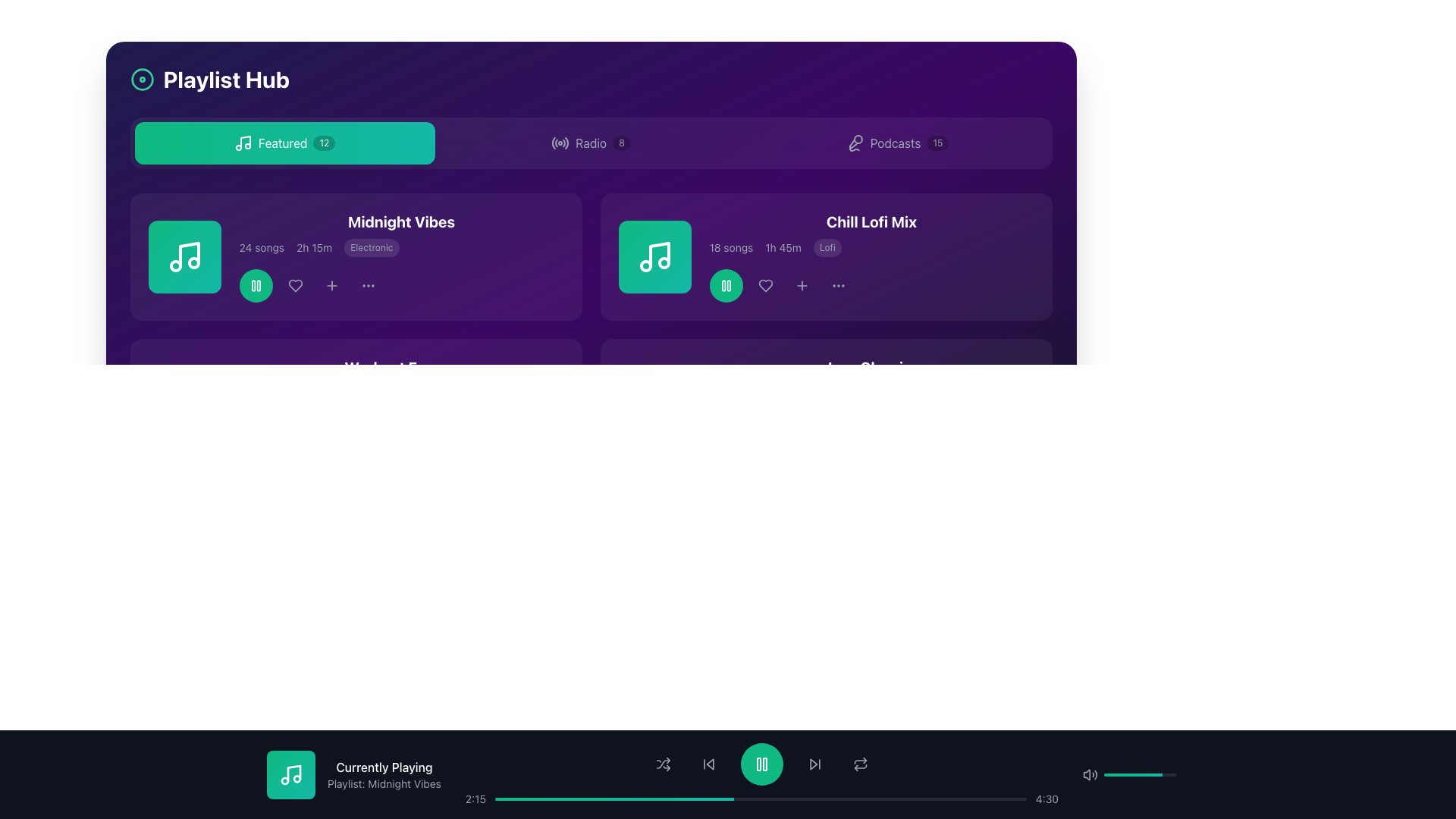  Describe the element at coordinates (353, 775) in the screenshot. I see `the informational text group containing the bold text 'Currently Playing' and the smaller text 'Playlist: Midnight Vibes', with a green square icon featuring a musical note on the left` at that location.